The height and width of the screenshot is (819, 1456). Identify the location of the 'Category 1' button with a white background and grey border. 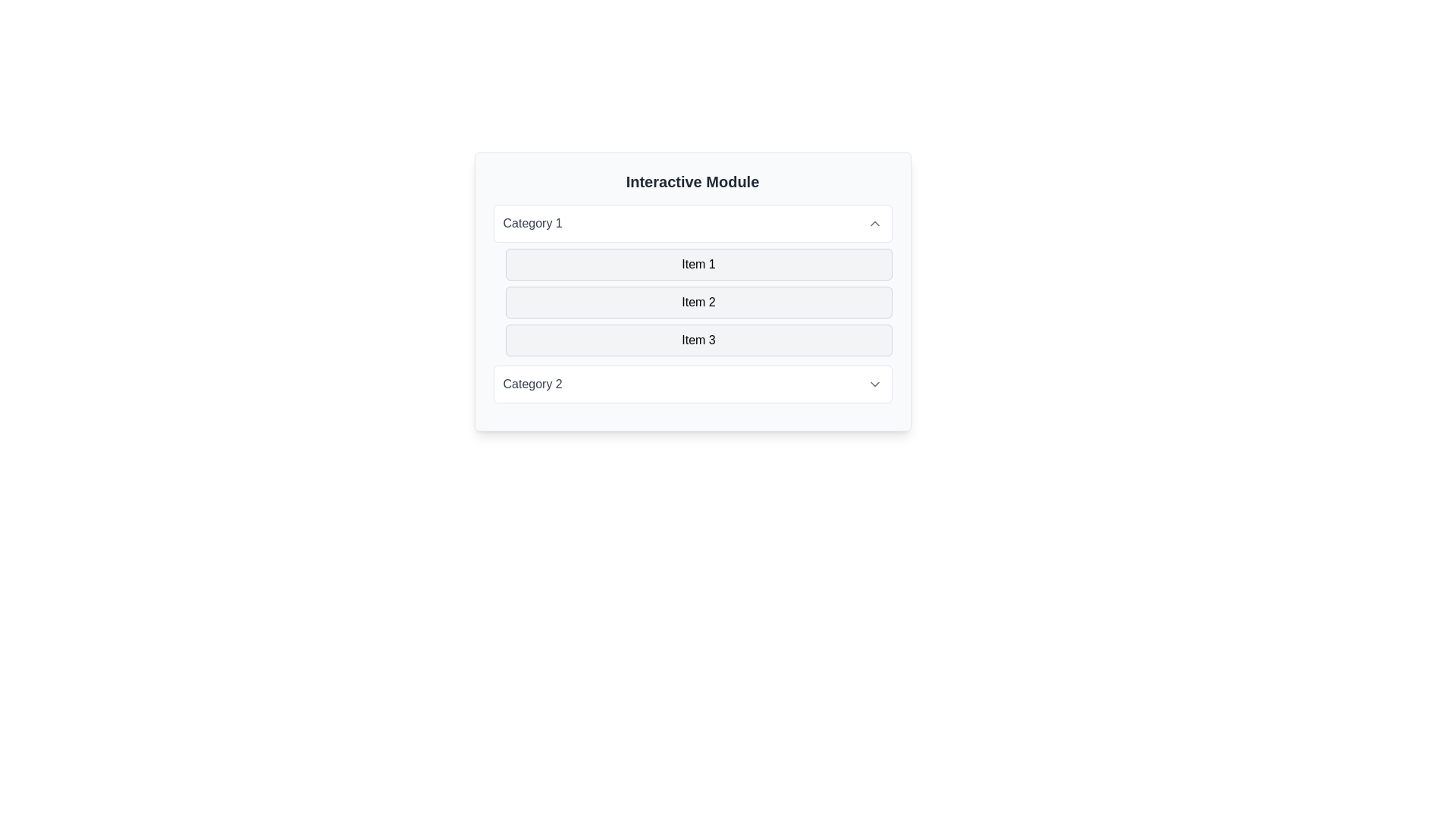
(692, 223).